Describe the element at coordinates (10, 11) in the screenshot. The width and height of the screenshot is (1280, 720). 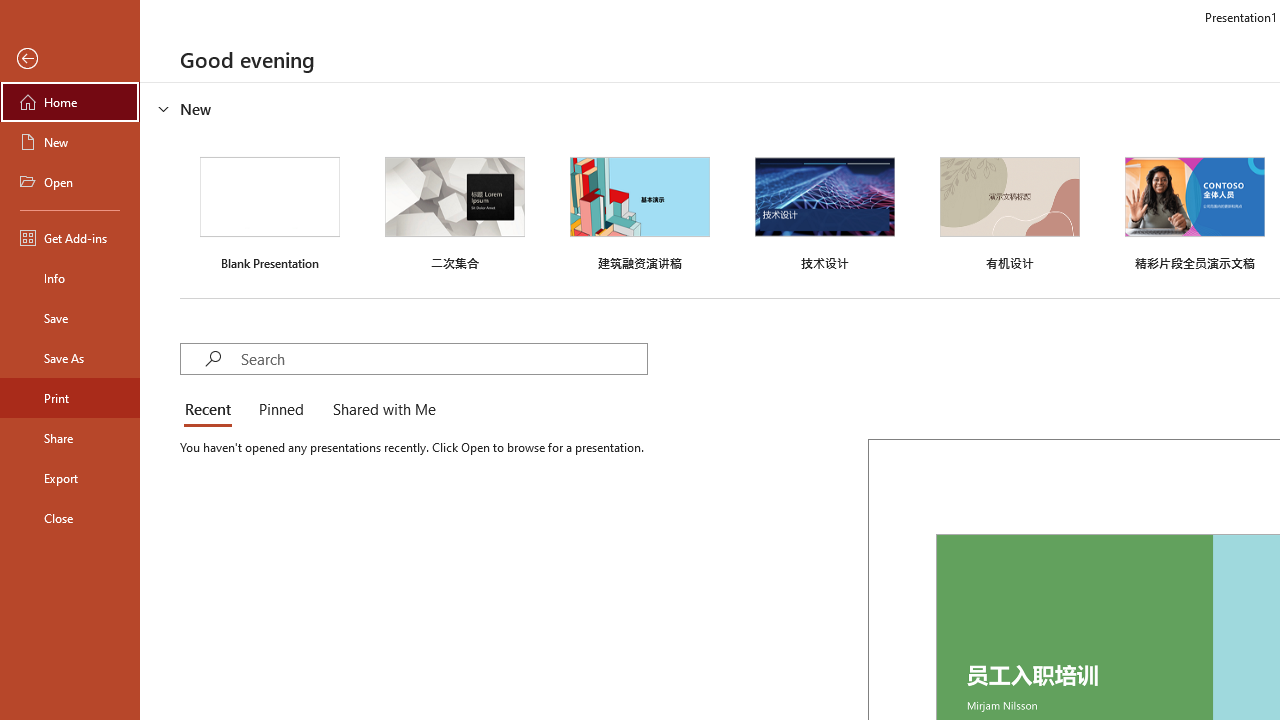
I see `'System'` at that location.